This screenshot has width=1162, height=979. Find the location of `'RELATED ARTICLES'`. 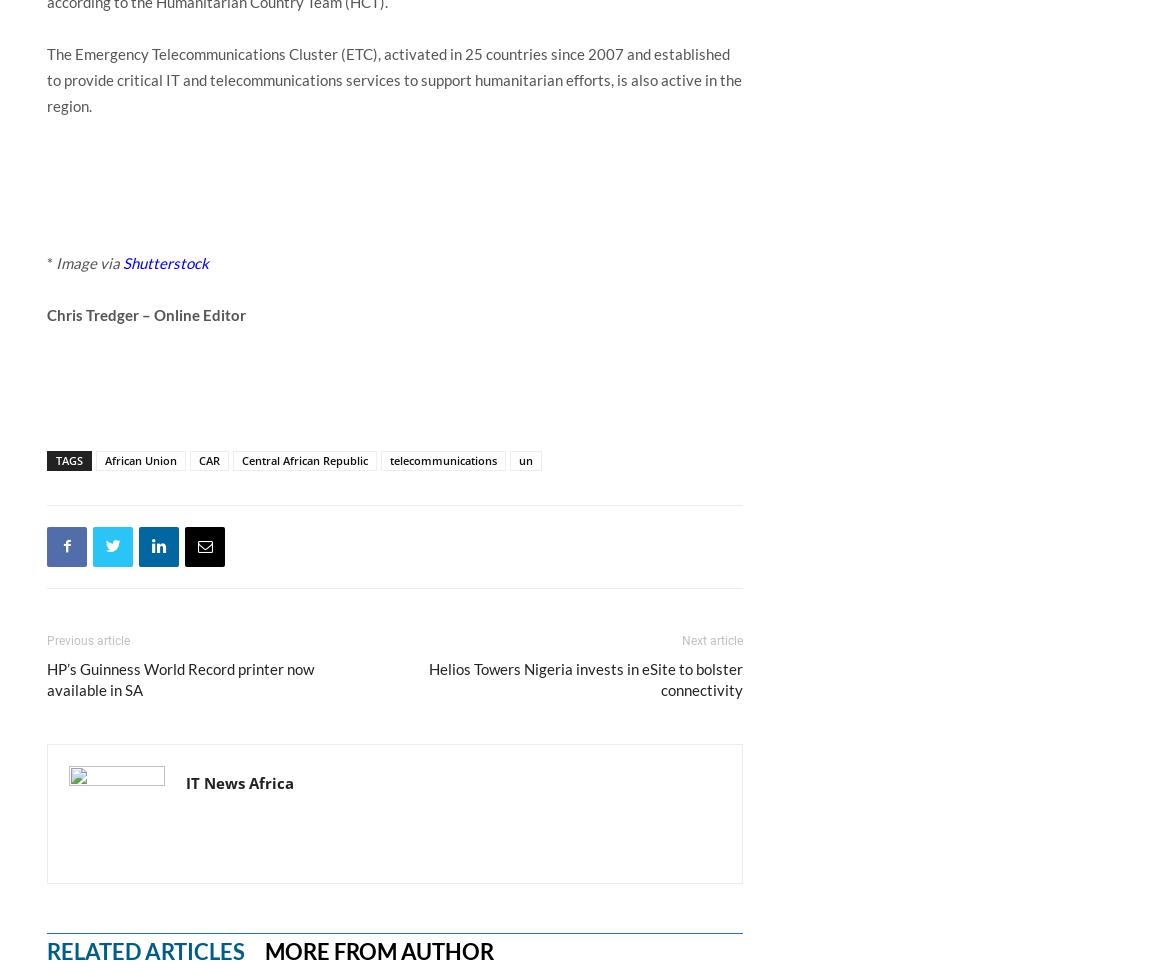

'RELATED ARTICLES' is located at coordinates (144, 949).